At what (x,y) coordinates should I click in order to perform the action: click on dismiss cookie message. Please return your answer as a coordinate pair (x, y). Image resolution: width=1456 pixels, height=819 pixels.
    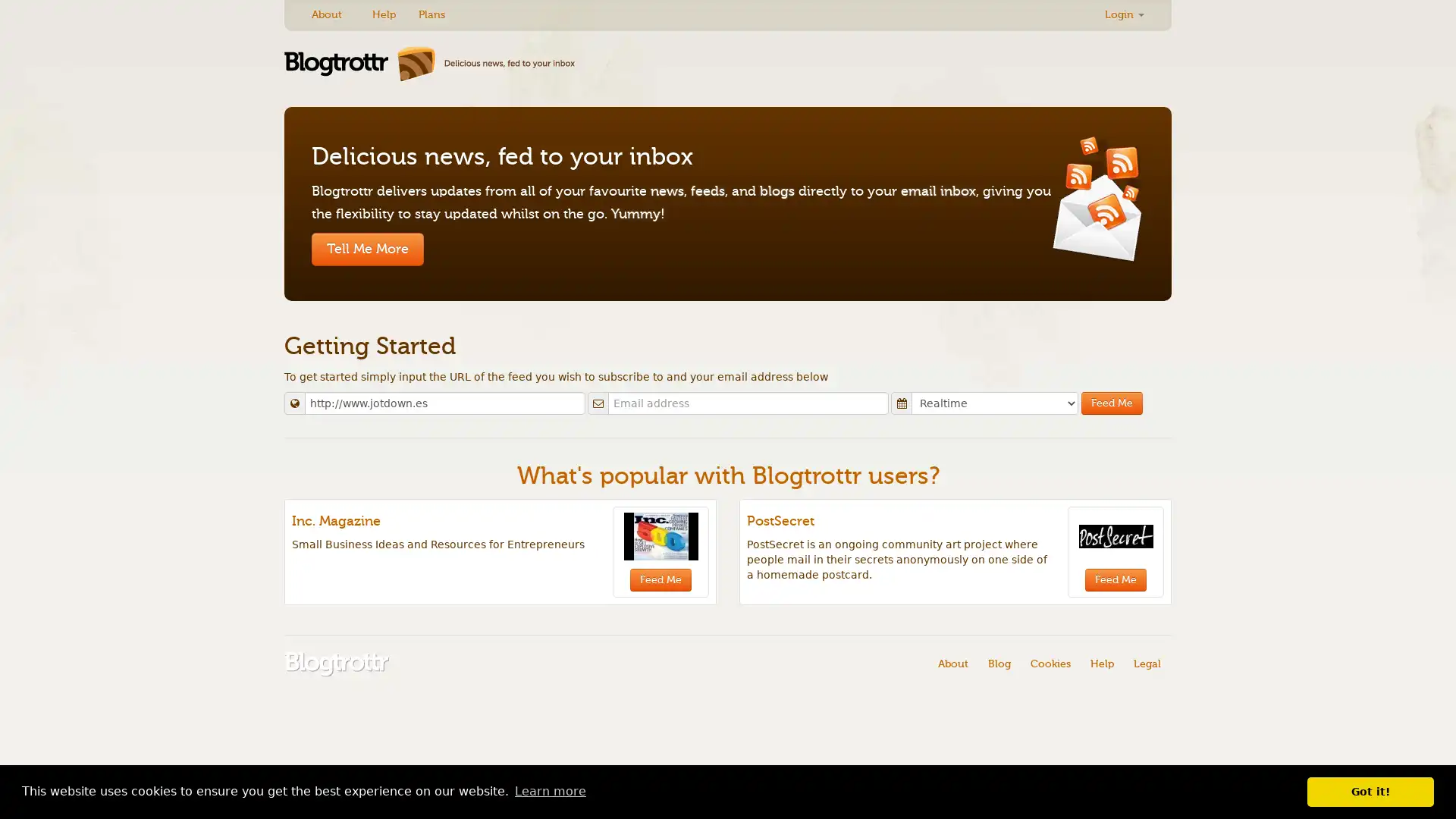
    Looking at the image, I should click on (1370, 791).